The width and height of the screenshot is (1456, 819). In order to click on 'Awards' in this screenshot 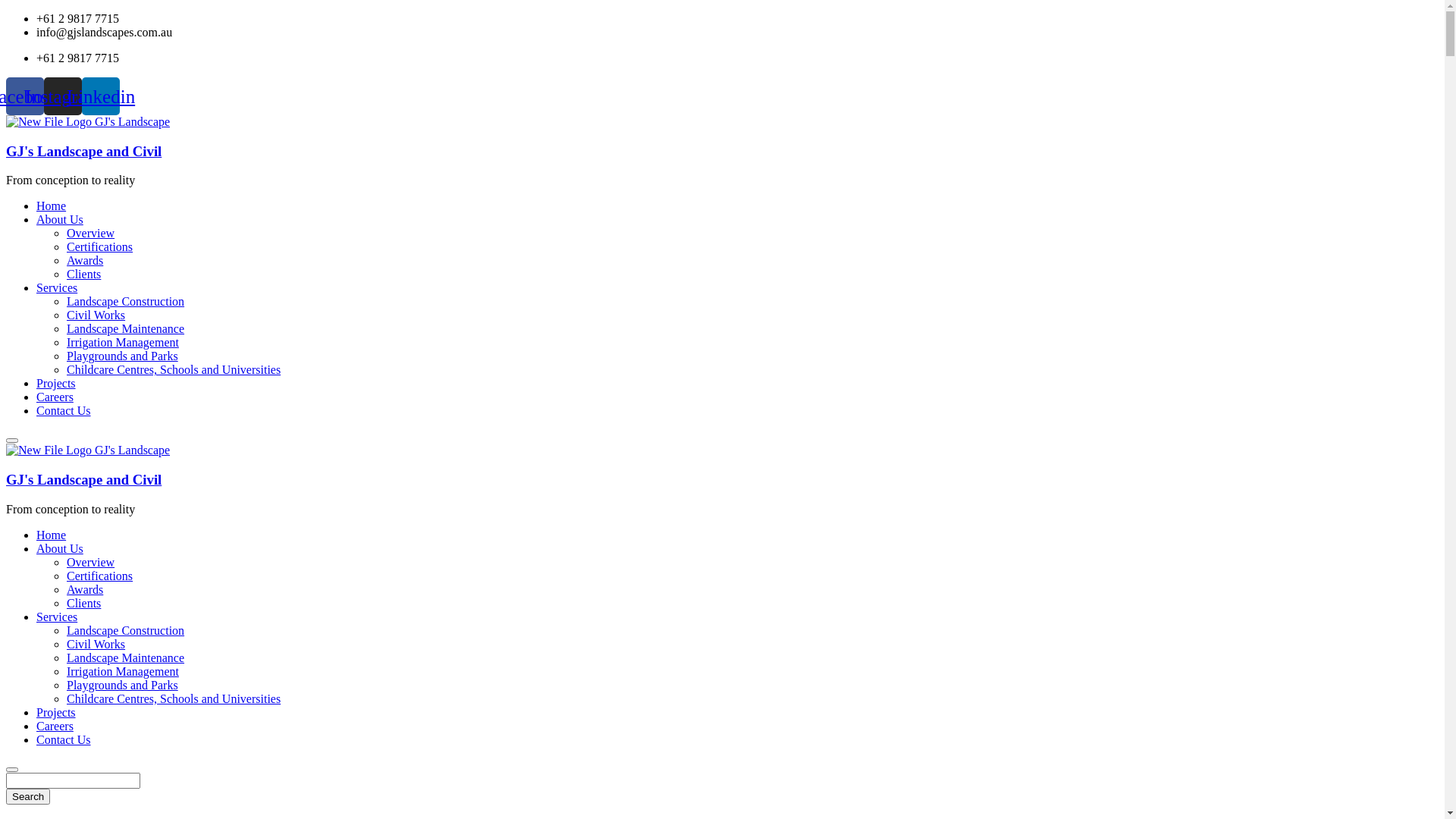, I will do `click(83, 259)`.